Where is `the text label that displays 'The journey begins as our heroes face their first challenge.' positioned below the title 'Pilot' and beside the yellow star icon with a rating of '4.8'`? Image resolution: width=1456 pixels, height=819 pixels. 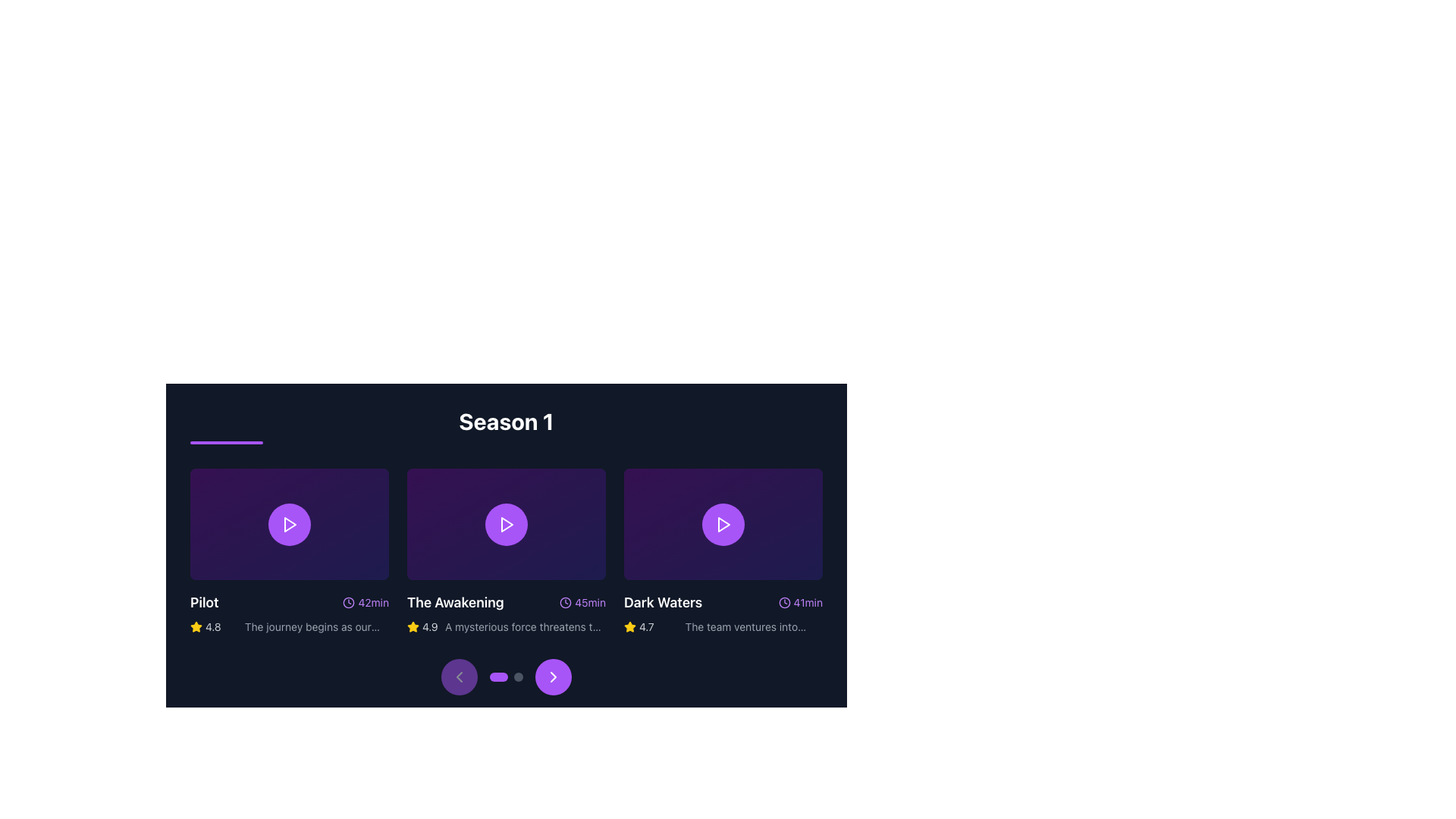 the text label that displays 'The journey begins as our heroes face their first challenge.' positioned below the title 'Pilot' and beside the yellow star icon with a rating of '4.8' is located at coordinates (307, 627).